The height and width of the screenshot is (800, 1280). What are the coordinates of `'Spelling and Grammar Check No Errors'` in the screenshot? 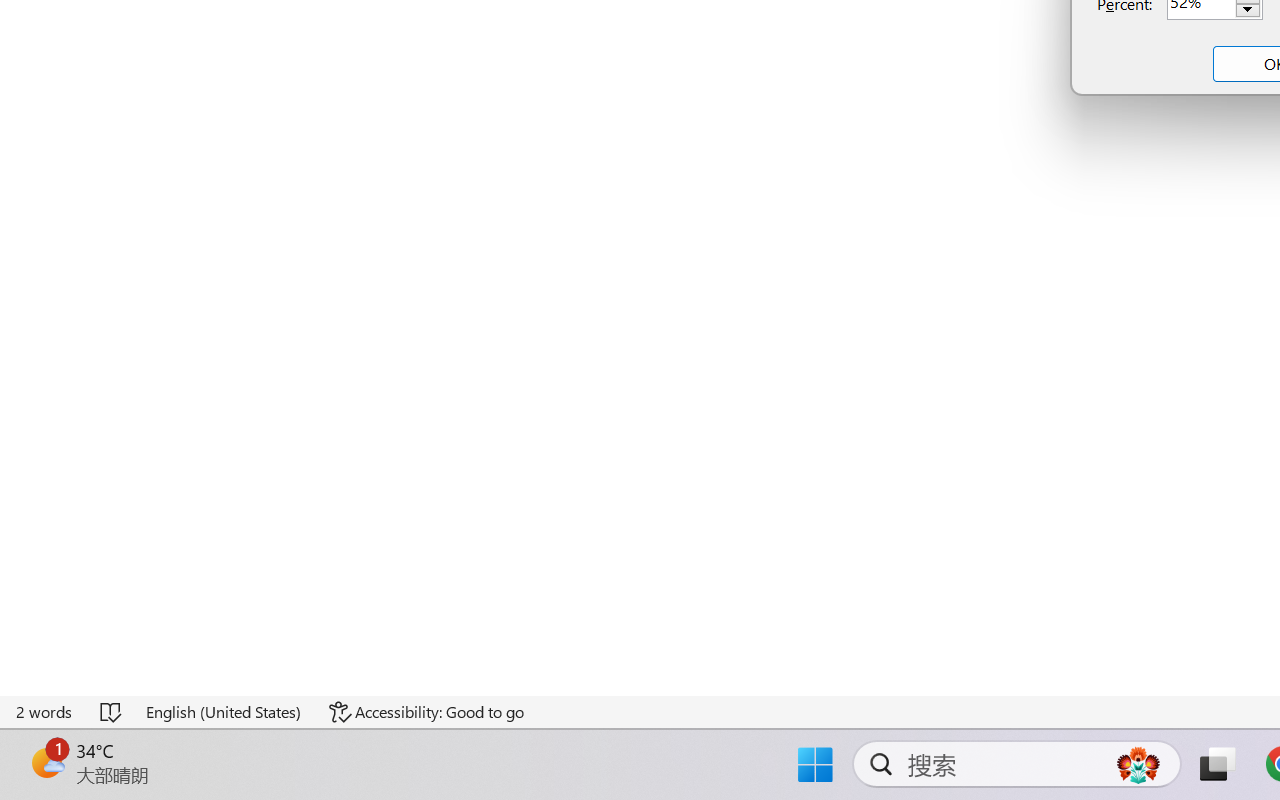 It's located at (111, 711).